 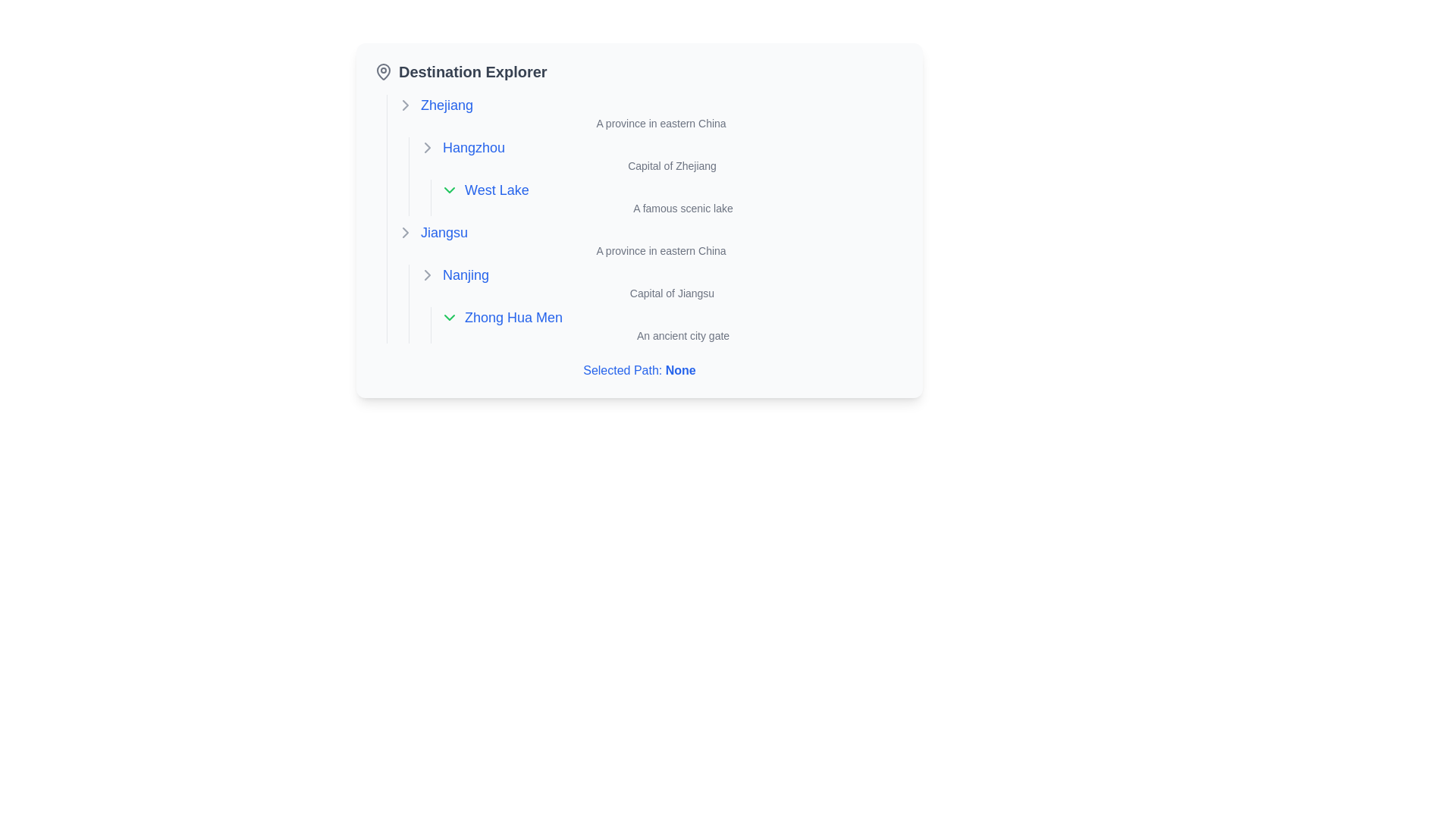 I want to click on the Dropdown control icon located, so click(x=449, y=189).